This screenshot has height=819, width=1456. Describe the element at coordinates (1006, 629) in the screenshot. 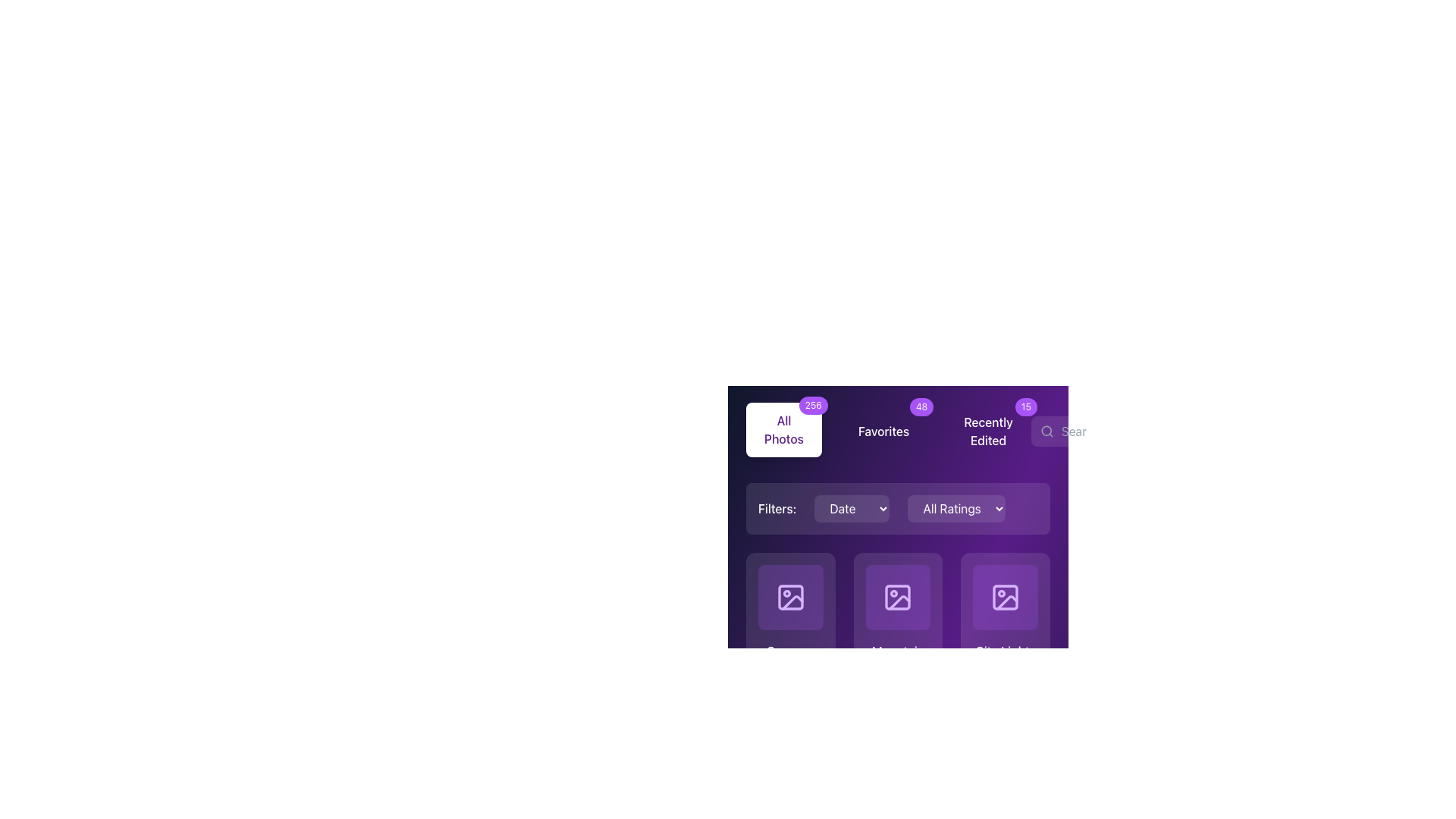

I see `the second circular button in a horizontal row of three buttons used for marking or labeling an item within a content grid or gallery` at that location.